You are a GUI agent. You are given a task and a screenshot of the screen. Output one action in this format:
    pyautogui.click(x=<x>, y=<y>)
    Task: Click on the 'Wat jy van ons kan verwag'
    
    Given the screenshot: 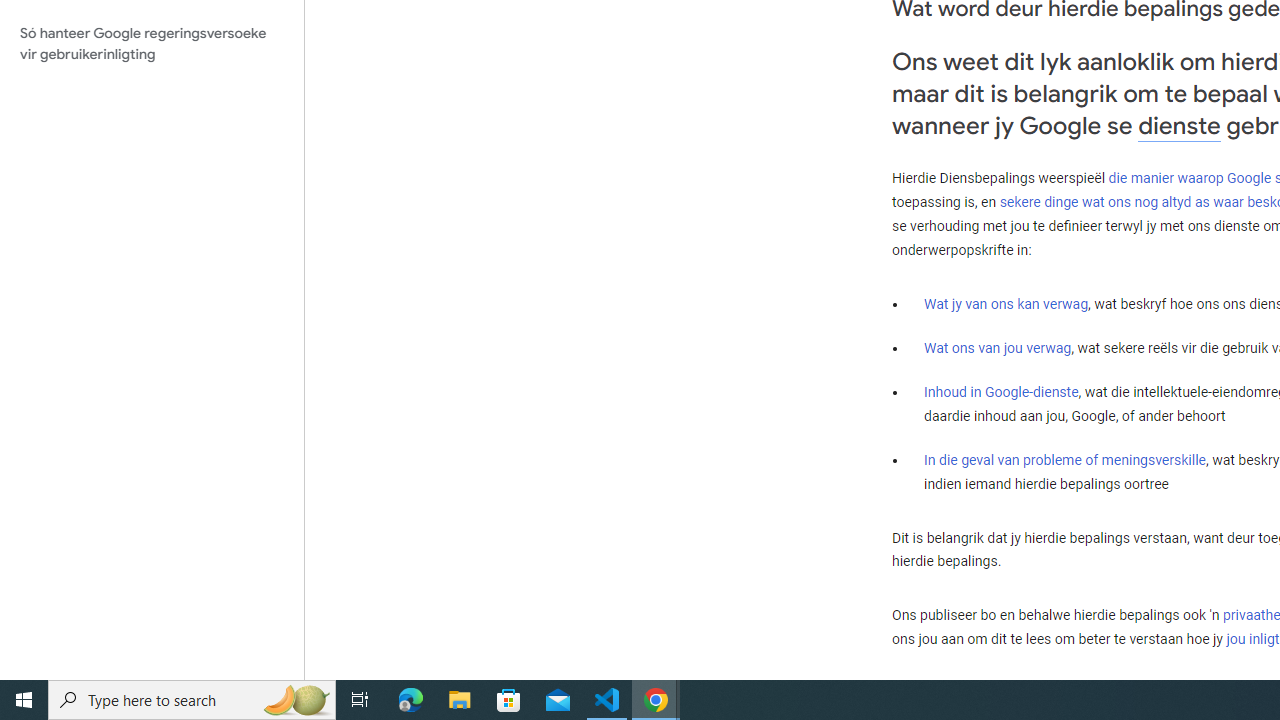 What is the action you would take?
    pyautogui.click(x=1006, y=304)
    